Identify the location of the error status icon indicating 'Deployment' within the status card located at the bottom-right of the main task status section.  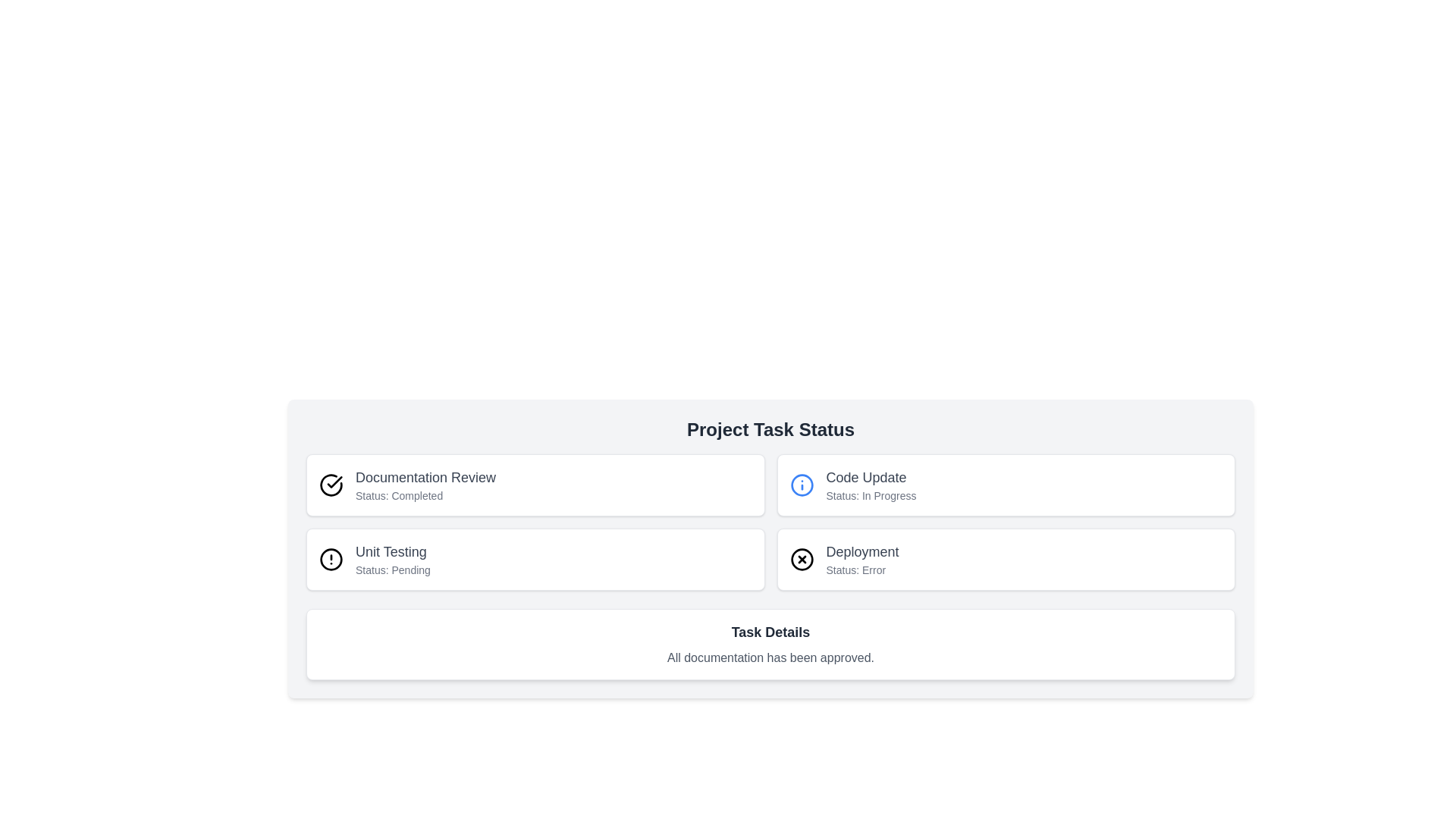
(801, 559).